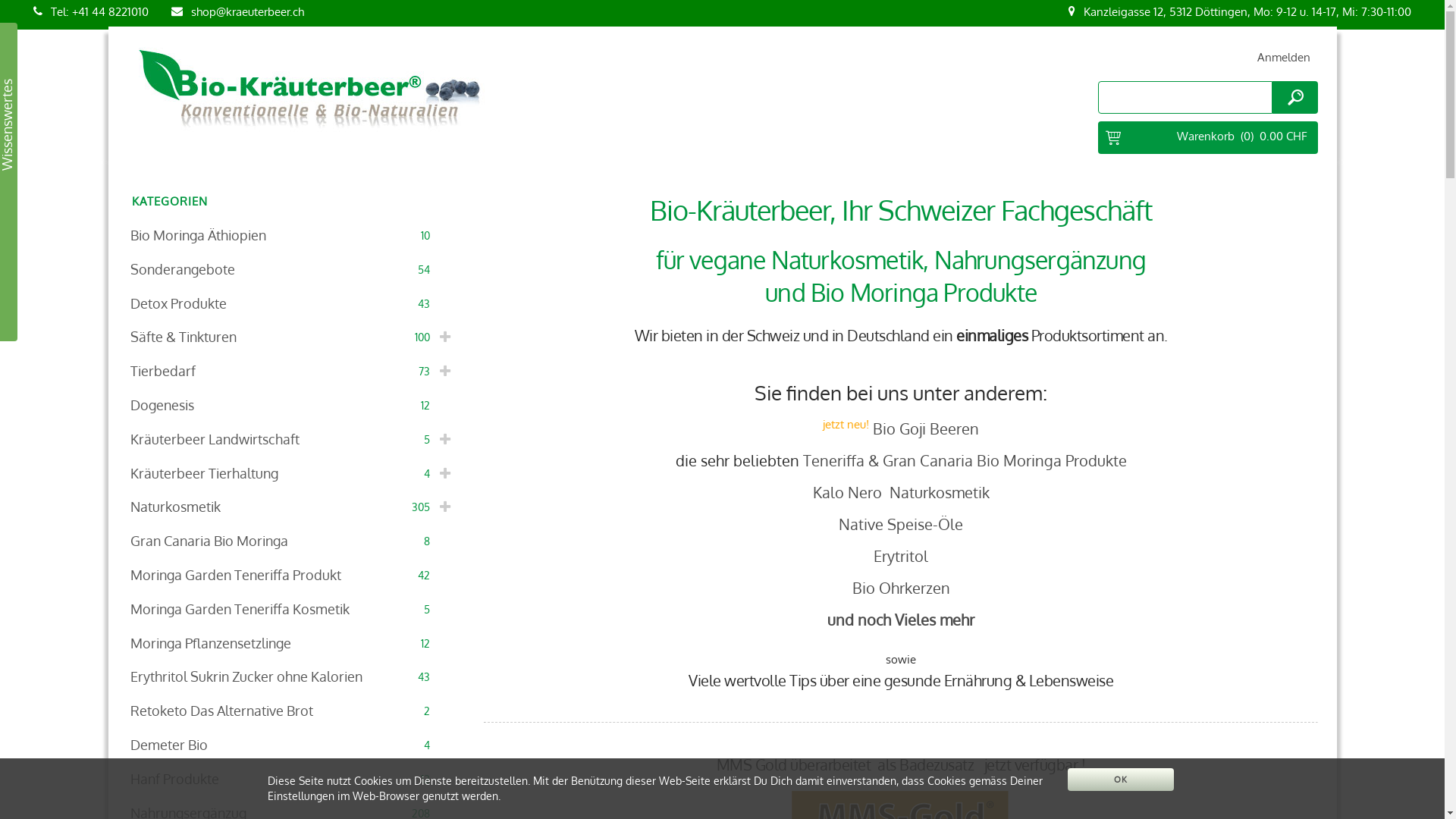 The image size is (1456, 819). What do you see at coordinates (293, 303) in the screenshot?
I see `'Detox Produkte` at bounding box center [293, 303].